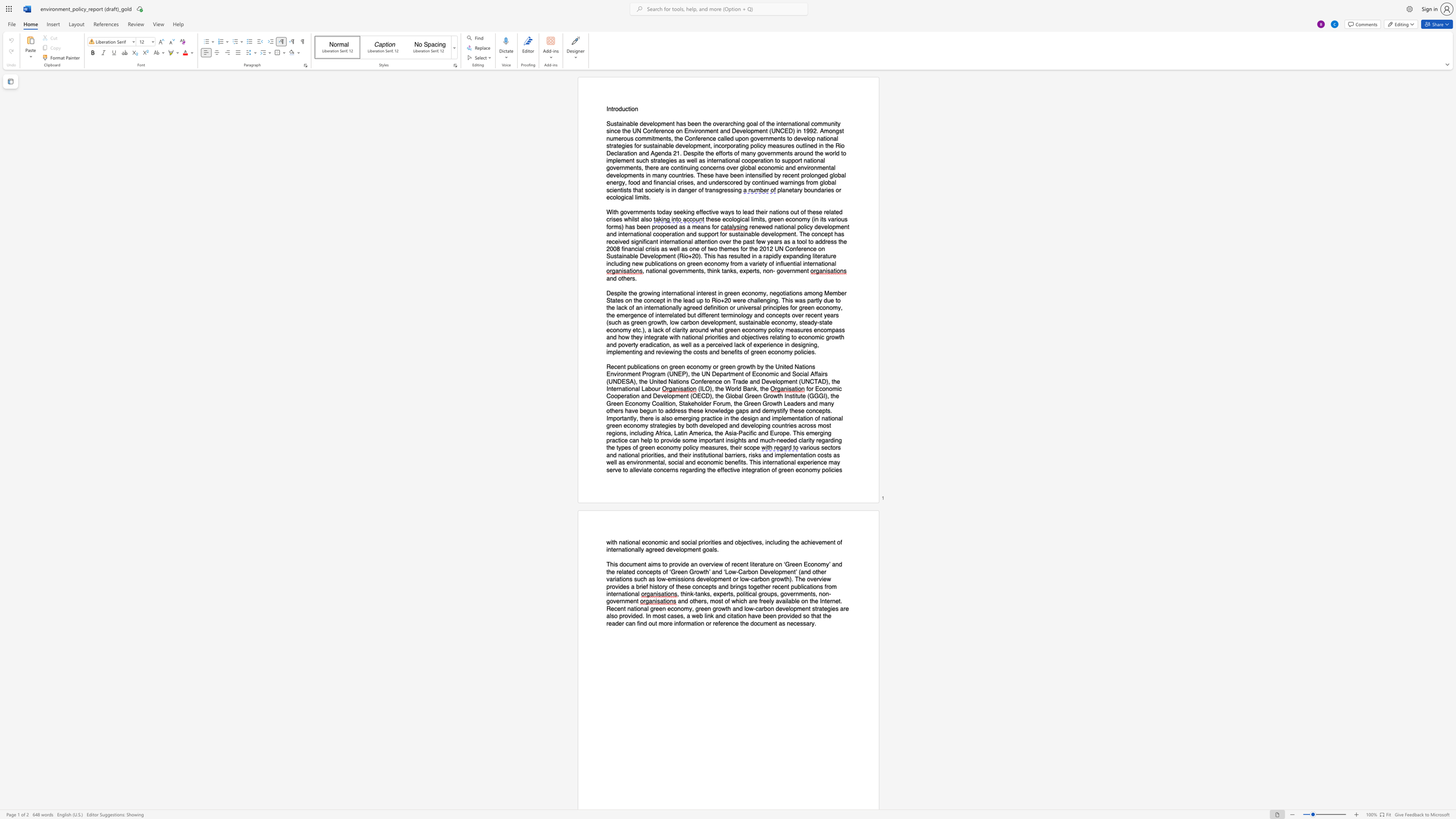 This screenshot has height=819, width=1456. Describe the element at coordinates (704, 263) in the screenshot. I see `the subset text "economy from a variety of influential in" within the text "as well as one of two themes for the 2012 UN Conference on Sustainable Development (Rio+20). This has resulted in a rapidly expanding literature including new publications on green economy from a variety of influential international"` at that location.